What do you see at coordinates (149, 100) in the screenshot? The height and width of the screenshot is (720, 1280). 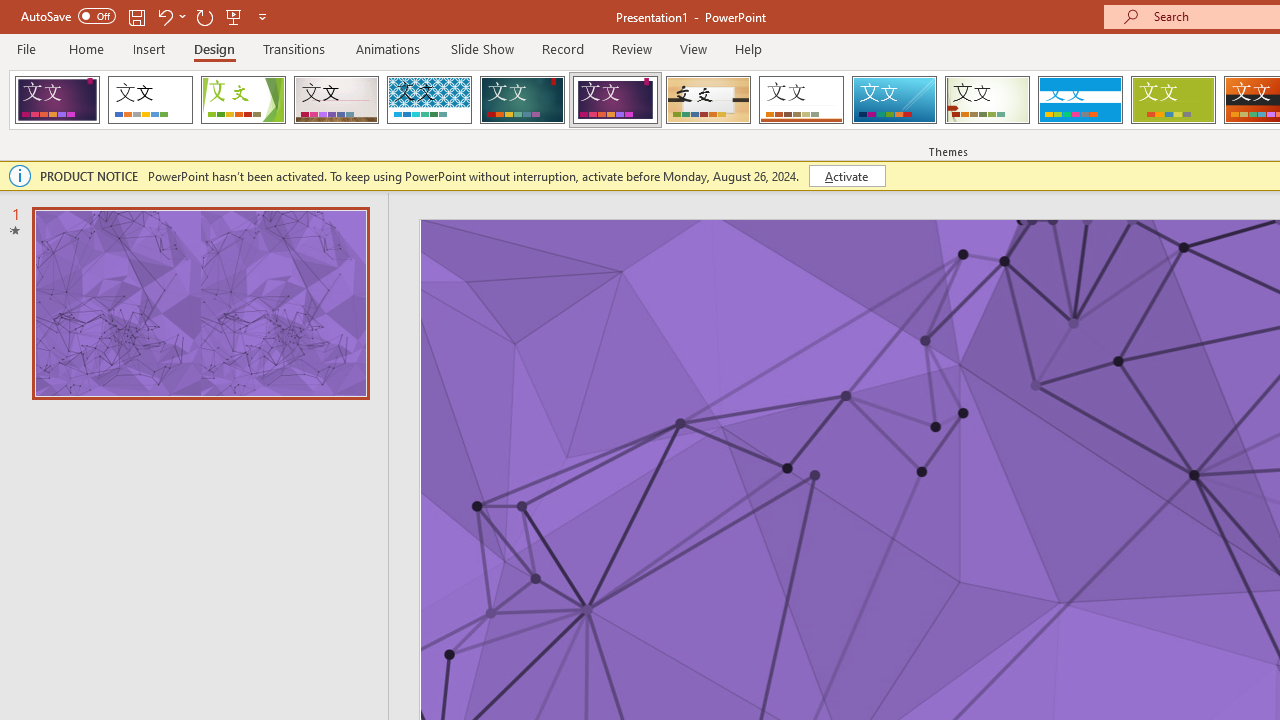 I see `'Office Theme'` at bounding box center [149, 100].